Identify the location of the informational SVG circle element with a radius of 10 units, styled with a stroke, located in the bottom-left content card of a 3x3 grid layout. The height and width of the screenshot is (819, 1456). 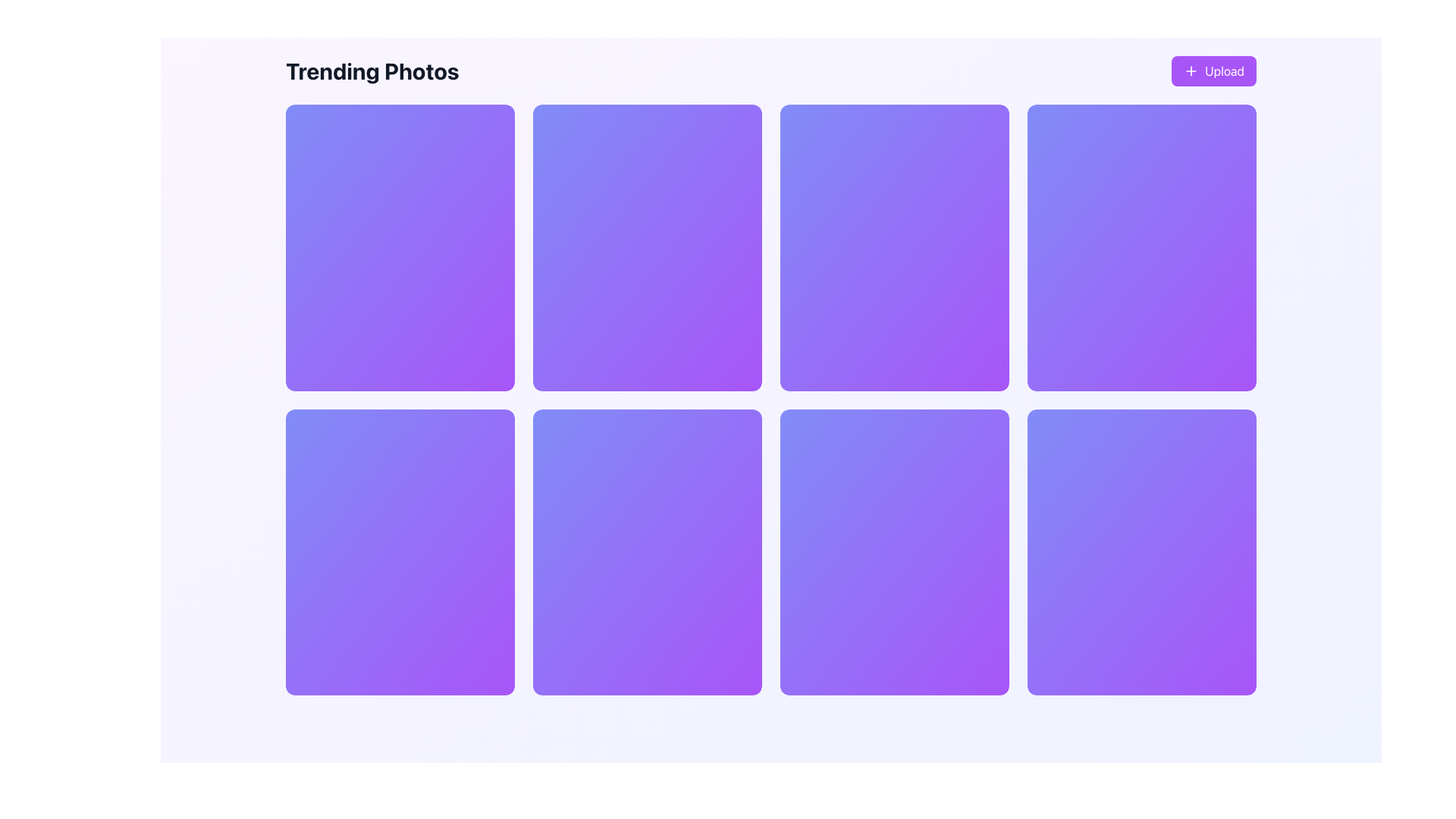
(491, 433).